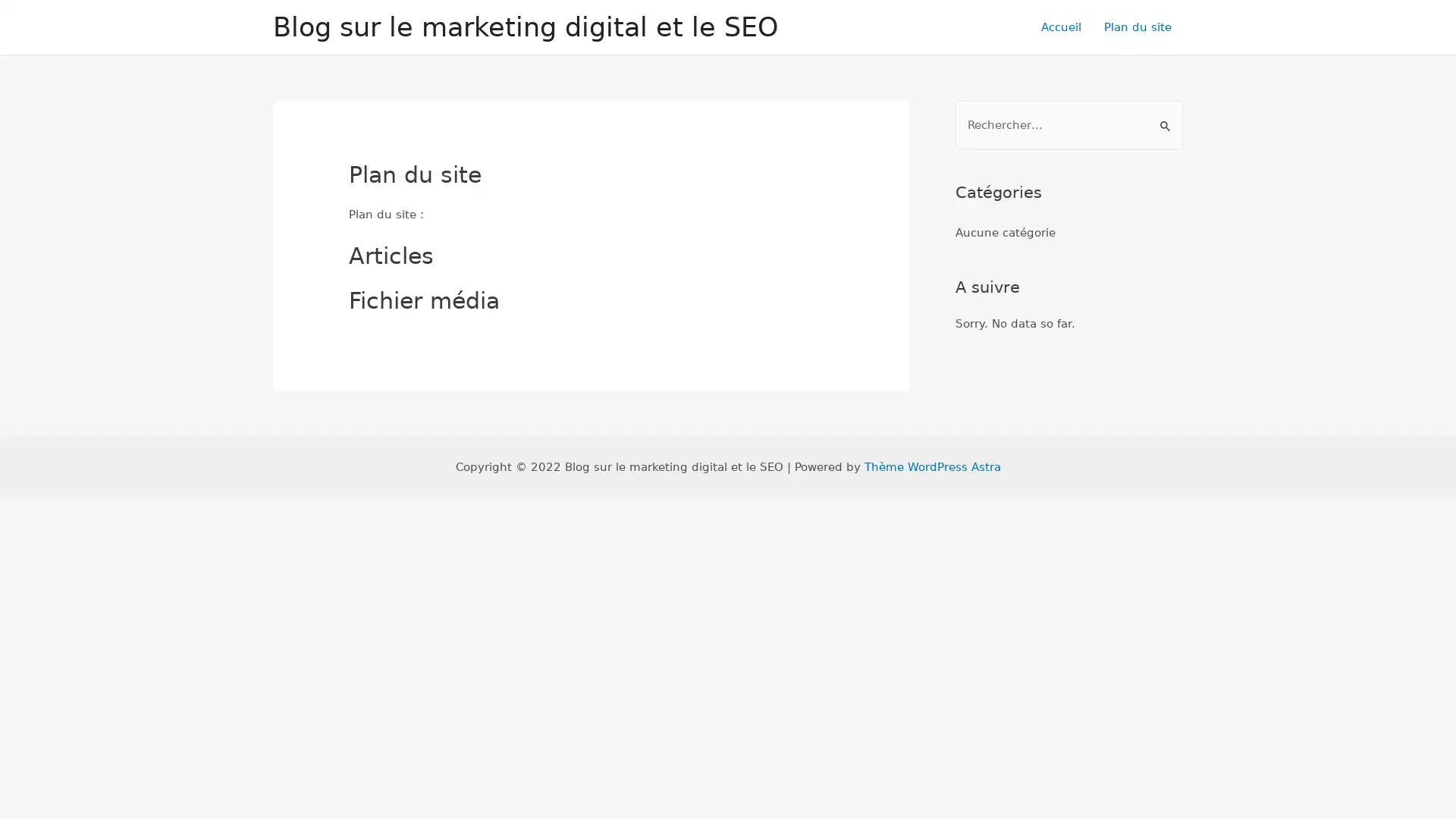 This screenshot has height=819, width=1456. What do you see at coordinates (1164, 125) in the screenshot?
I see `Envoi de la recherche` at bounding box center [1164, 125].